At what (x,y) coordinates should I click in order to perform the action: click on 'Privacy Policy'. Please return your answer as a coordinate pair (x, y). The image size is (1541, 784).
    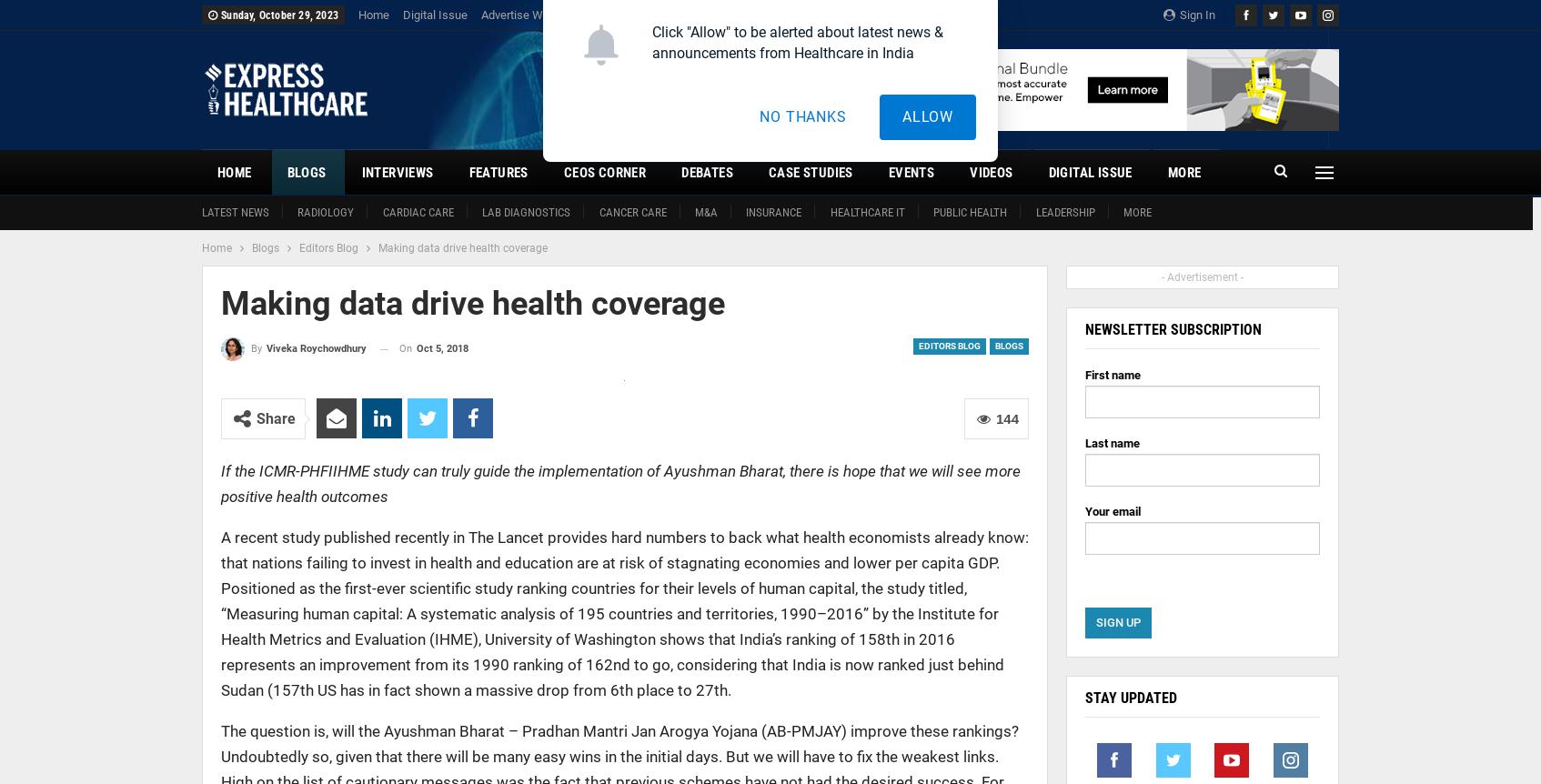
    Looking at the image, I should click on (878, 15).